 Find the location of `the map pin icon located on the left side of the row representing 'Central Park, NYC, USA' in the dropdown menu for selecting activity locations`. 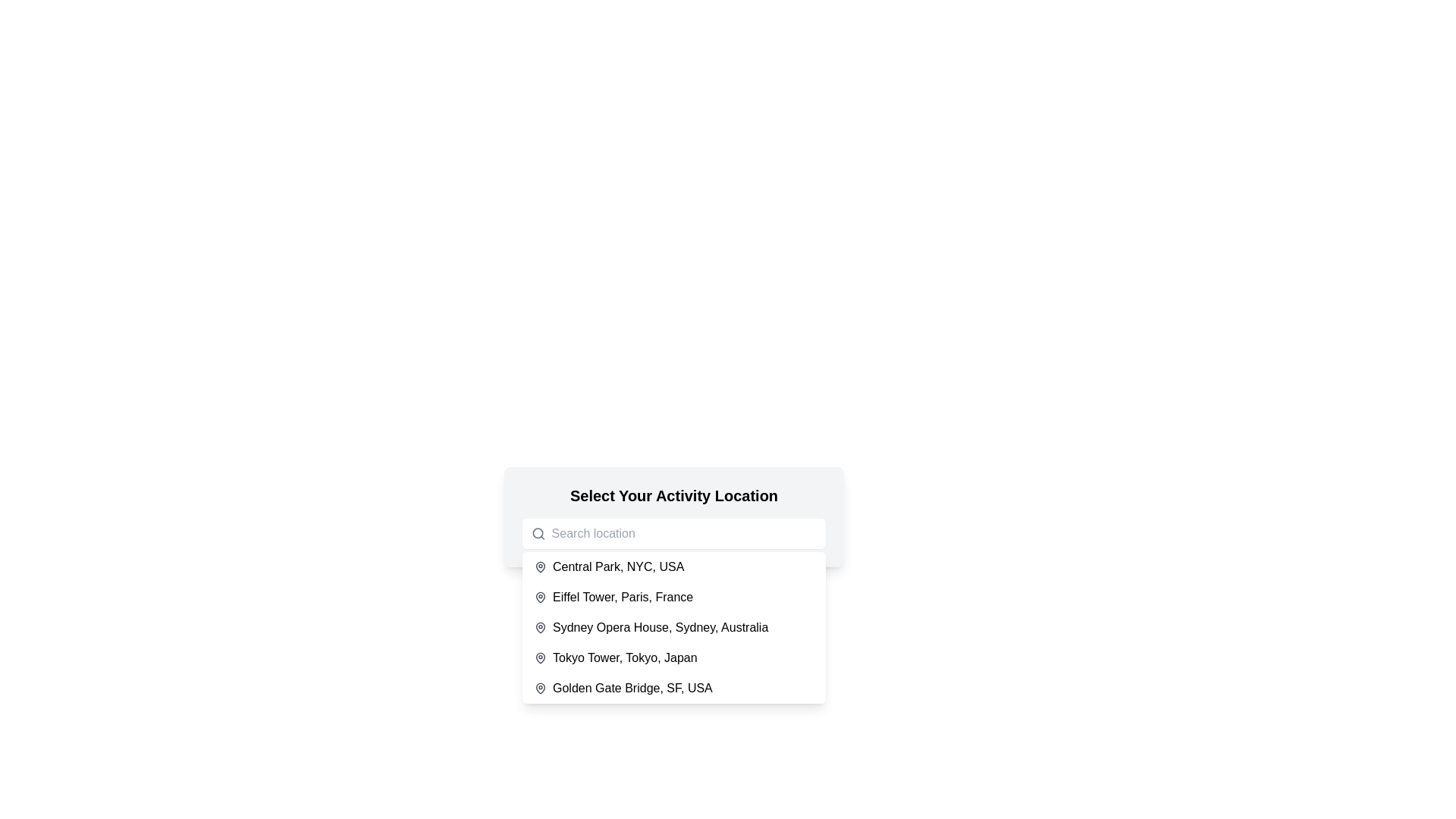

the map pin icon located on the left side of the row representing 'Central Park, NYC, USA' in the dropdown menu for selecting activity locations is located at coordinates (541, 567).